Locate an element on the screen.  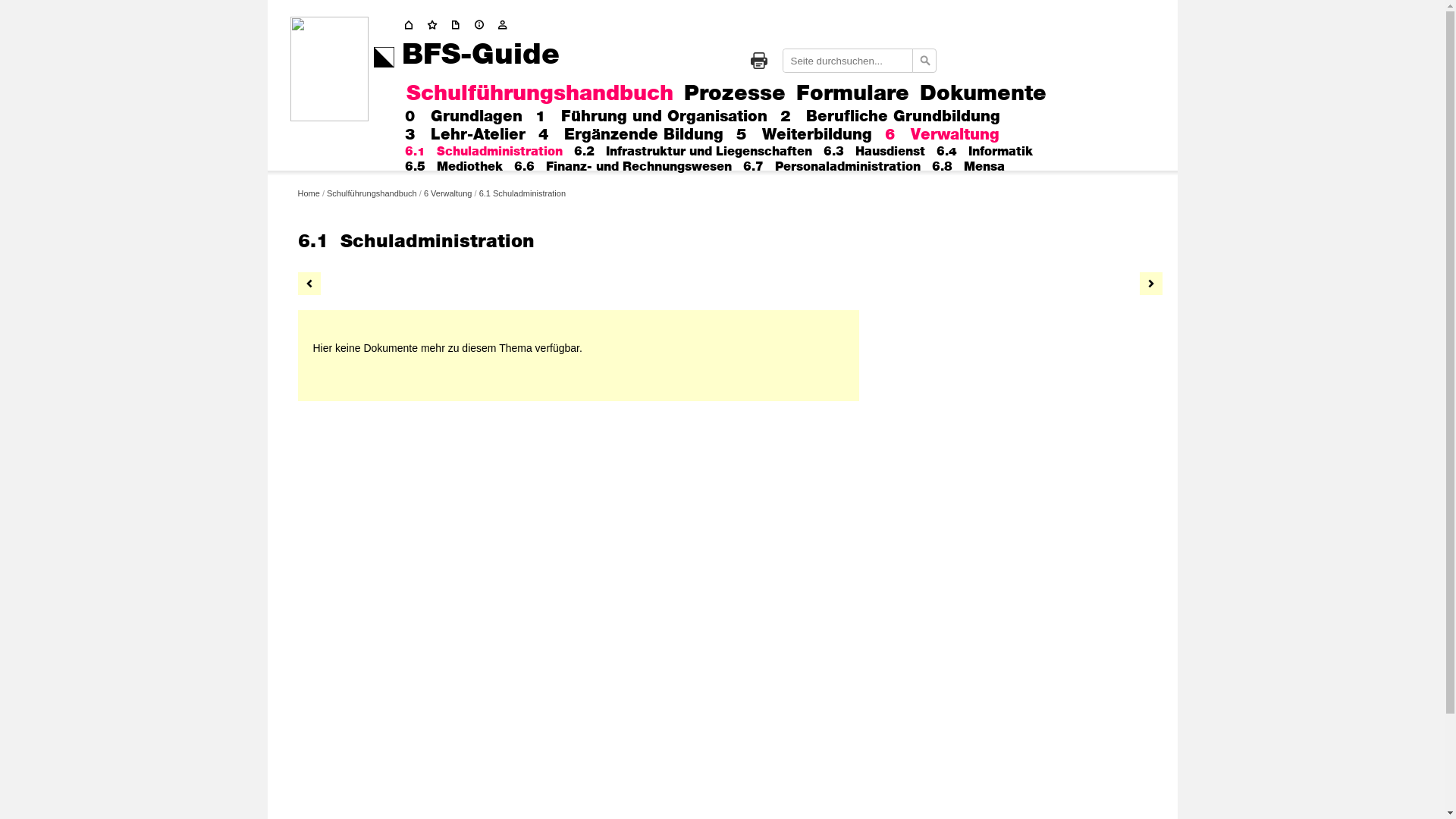
'6.4   Informatik' is located at coordinates (984, 152).